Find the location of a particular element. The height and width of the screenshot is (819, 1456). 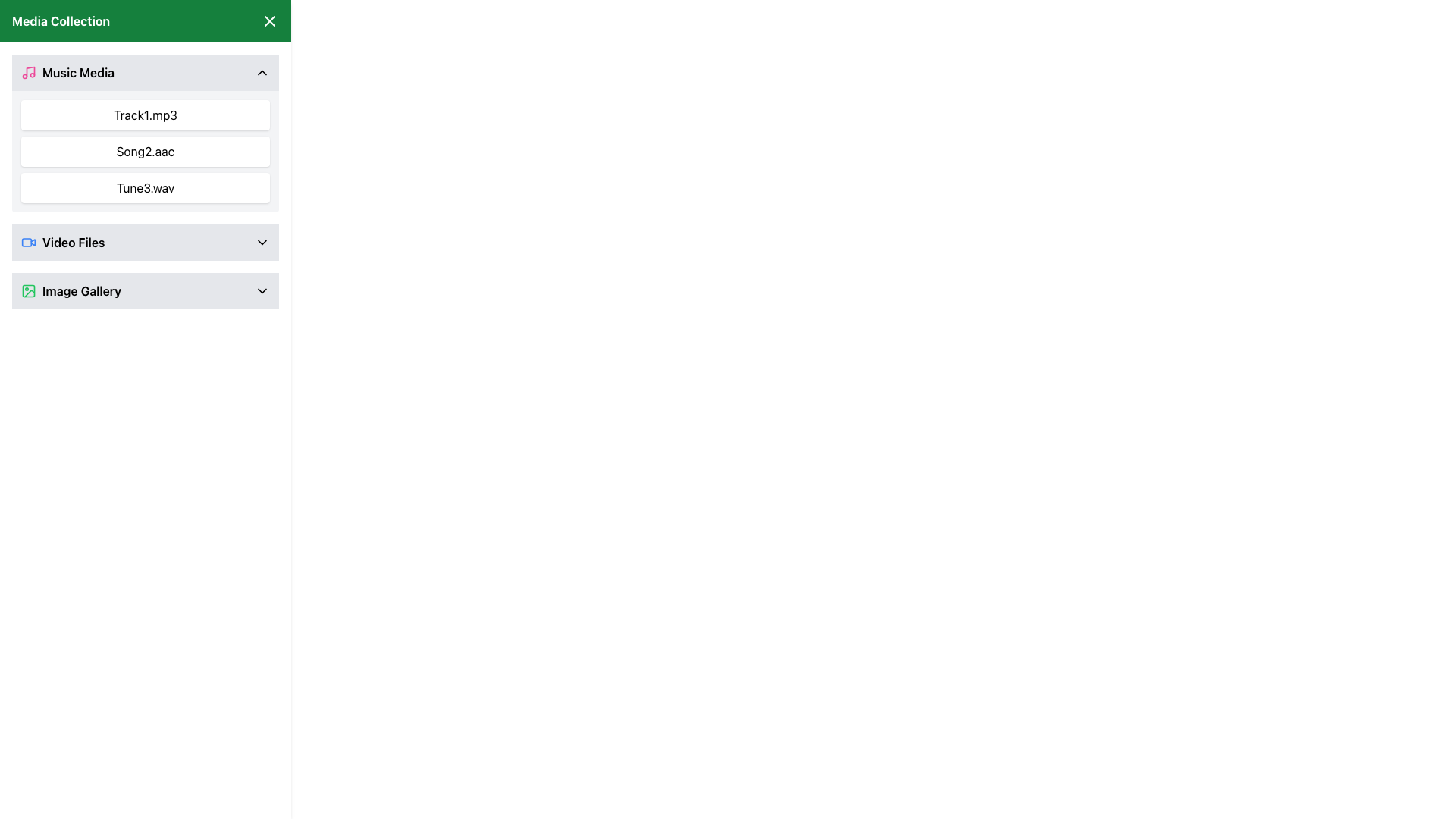

the dropdown activator for the 'Image Gallery' section is located at coordinates (71, 291).